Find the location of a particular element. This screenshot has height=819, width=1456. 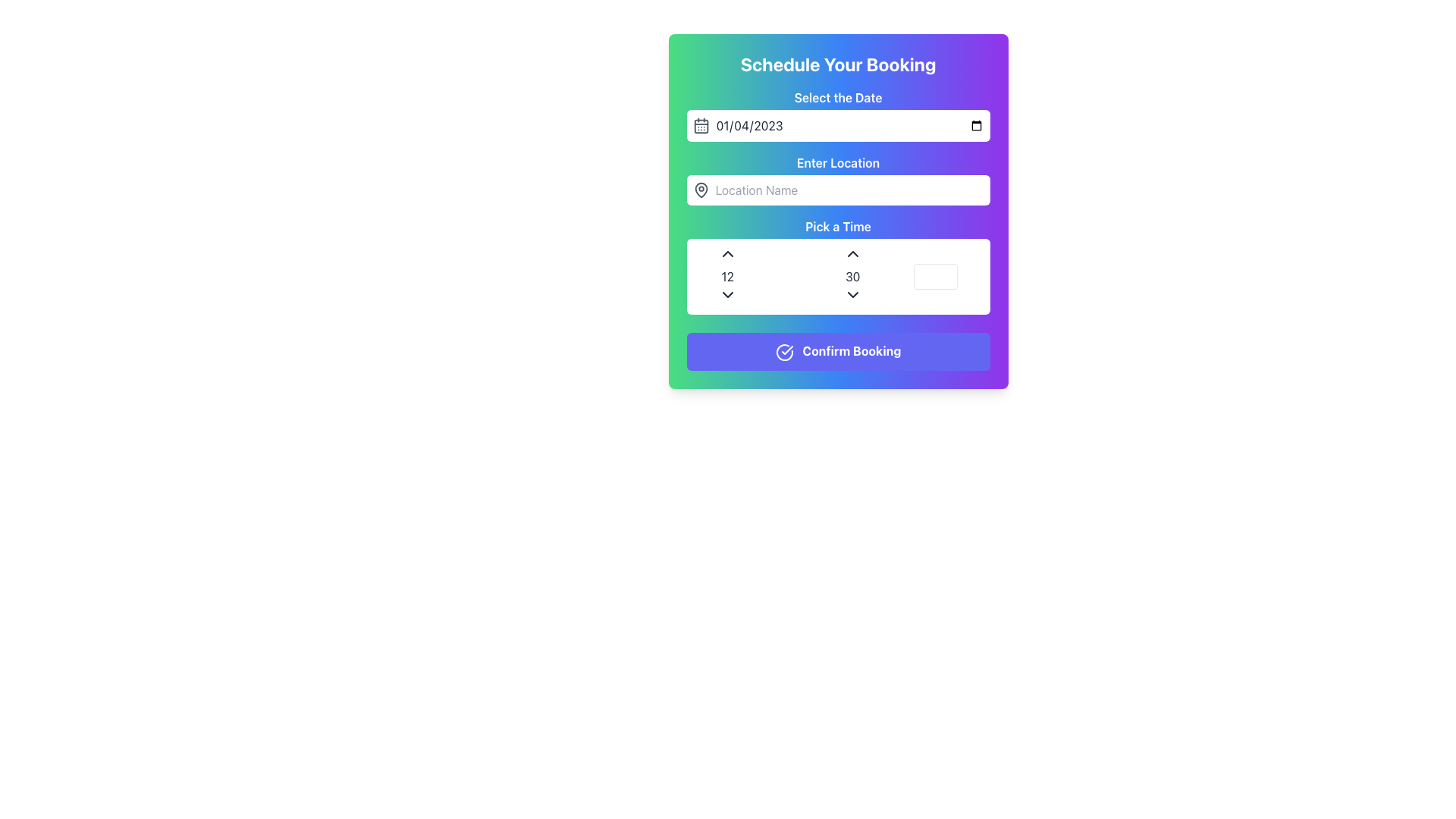

the text input field for location name in the booking form to focus on it is located at coordinates (837, 178).